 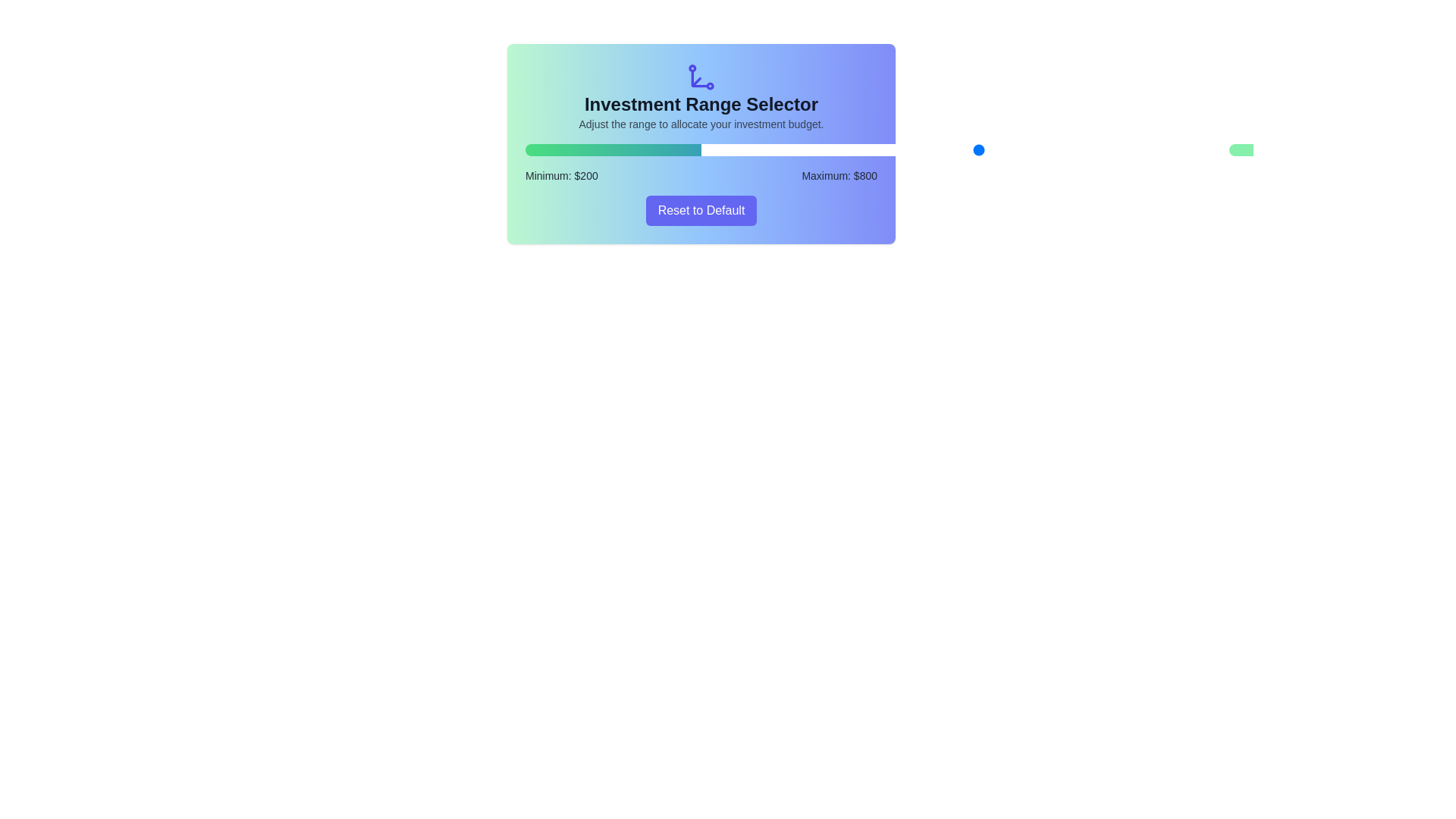 I want to click on the maximum investment range to 637 by dragging the right slider, so click(x=956, y=149).